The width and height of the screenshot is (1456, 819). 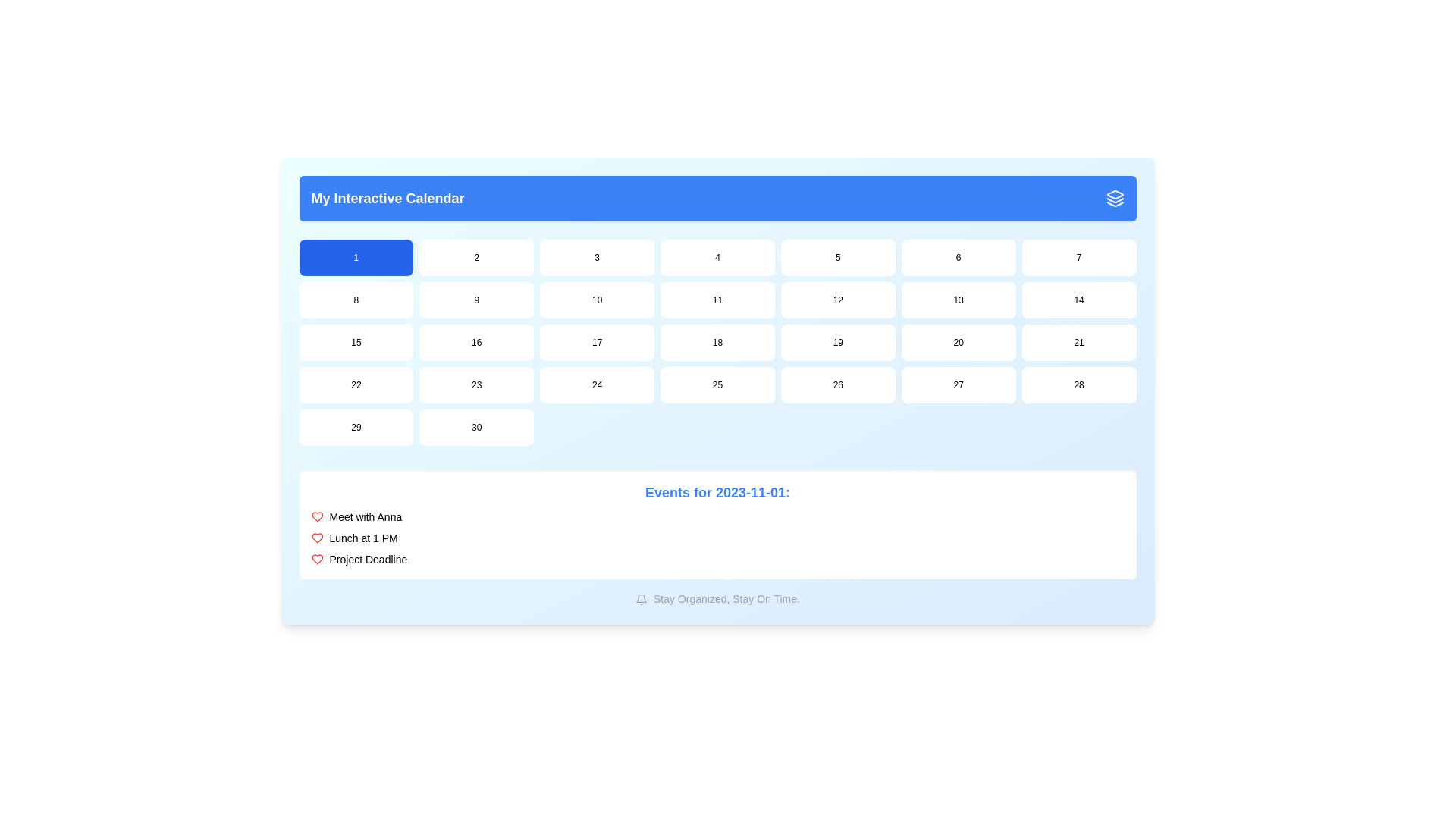 I want to click on the button labeled '29' which is the fifth button in the last row of a 7-column grid layout, located below the 'My Interactive Calendar' header, so click(x=355, y=427).